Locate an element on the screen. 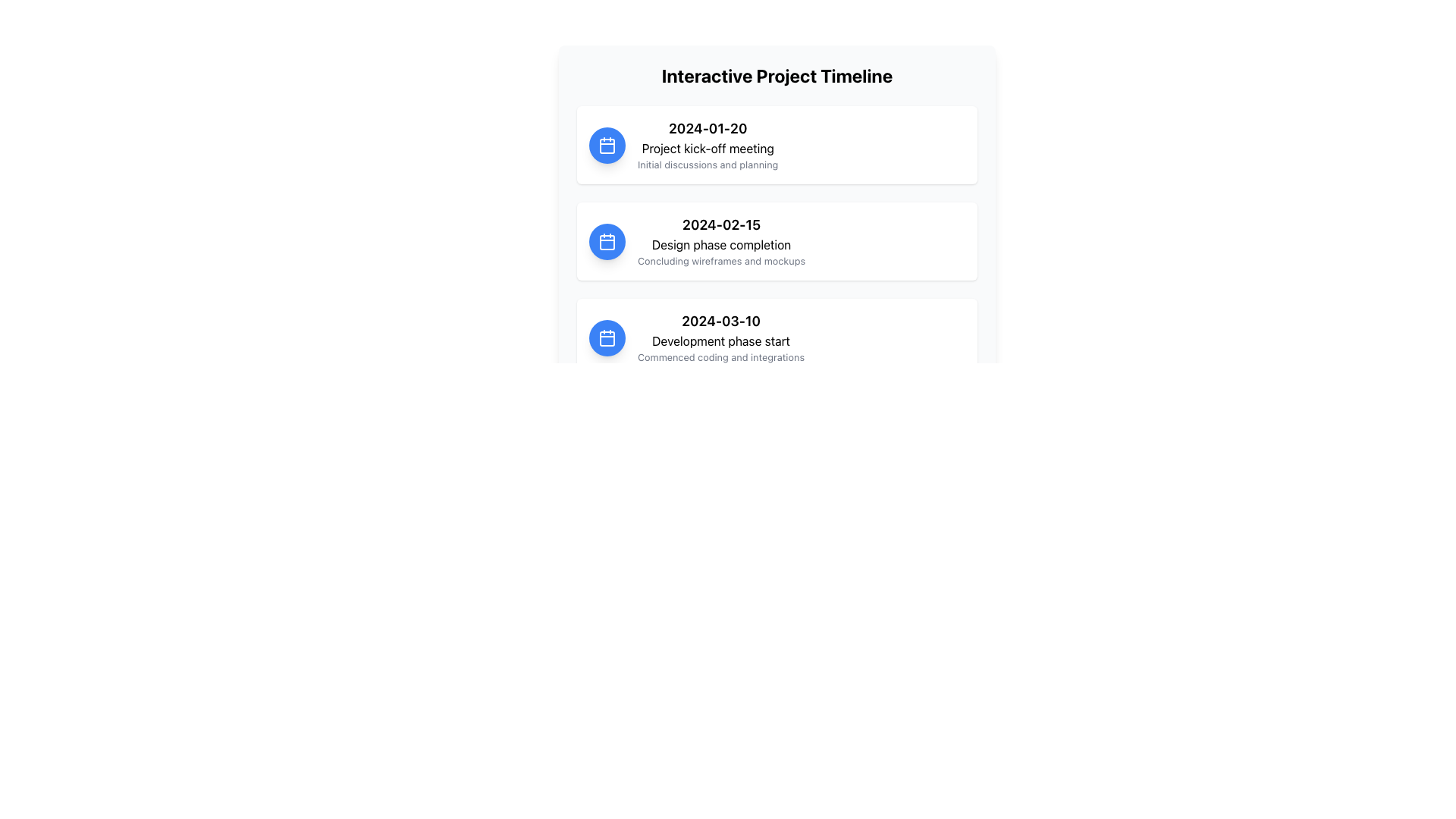 This screenshot has height=819, width=1456. the calendar icon with a rounded blue background, located to the left of the text '2024-01-20 Project kick-off meeting' in the first card under 'Interactive Project Timeline' is located at coordinates (607, 145).